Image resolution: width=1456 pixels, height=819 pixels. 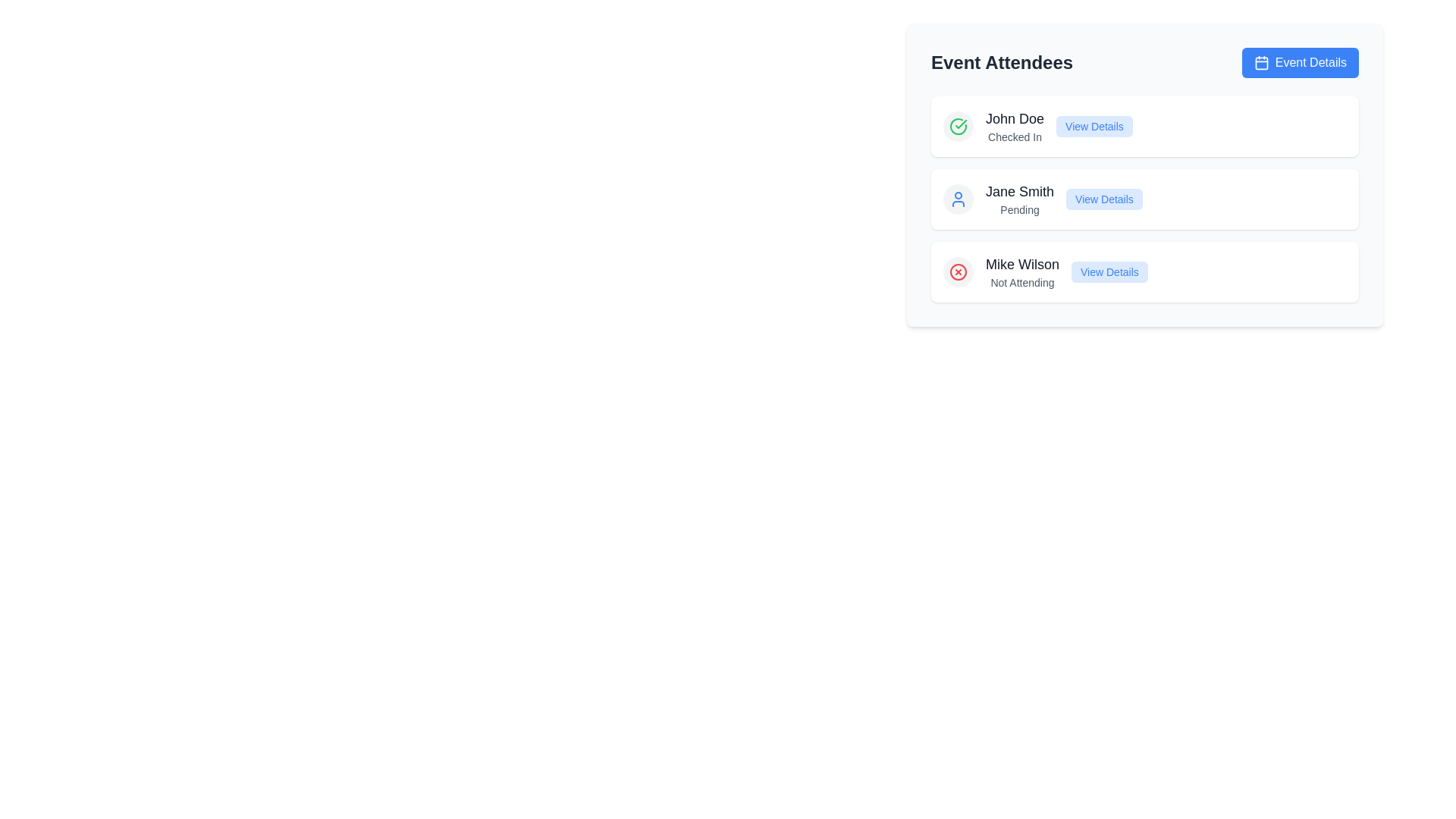 What do you see at coordinates (1109, 271) in the screenshot?
I see `the 'View Details' button with a blue outline and light blue background, located on the right end of the row for 'Mike Wilson - Not Attending' in the 'Event Attendees' section` at bounding box center [1109, 271].